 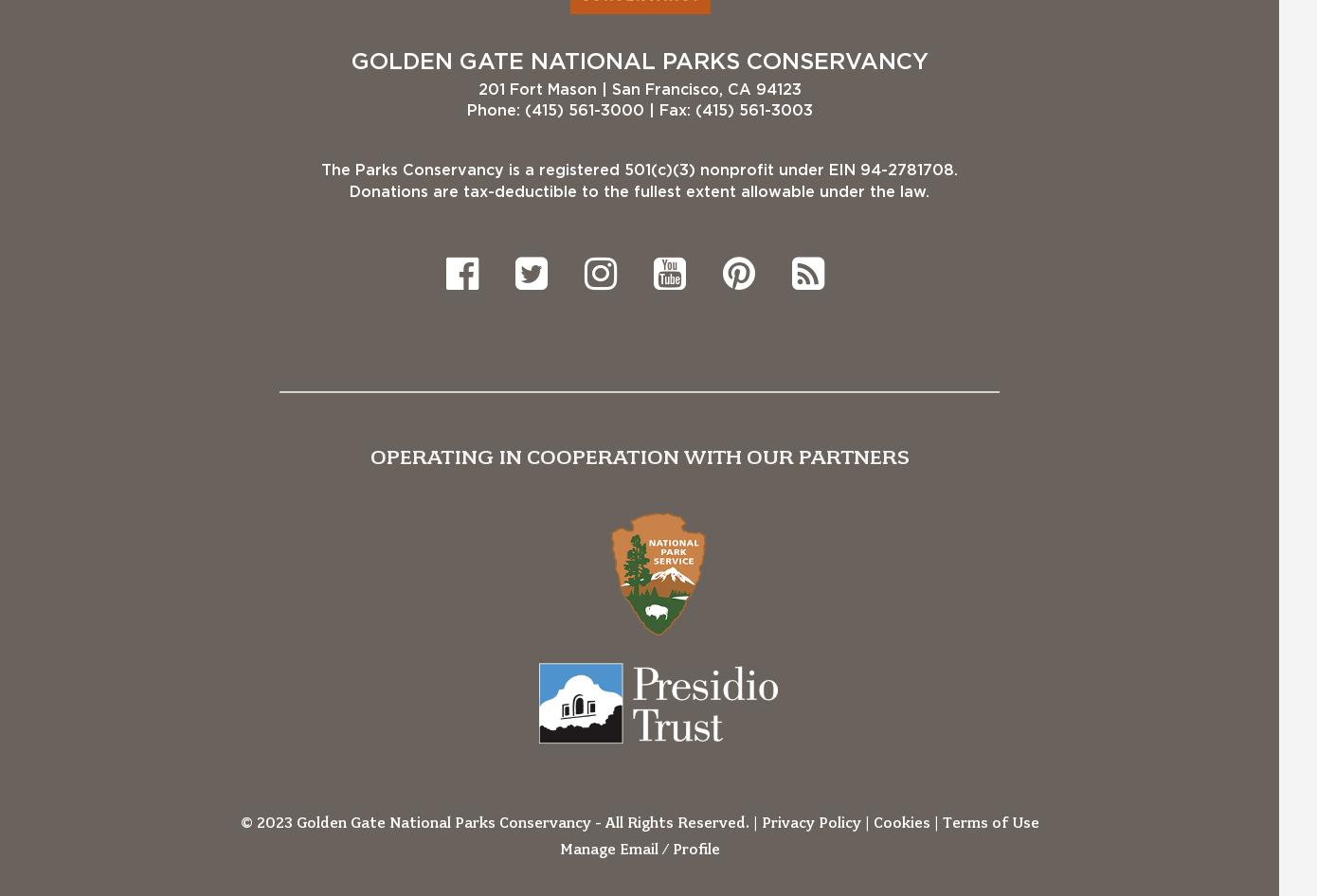 I want to click on '201 Fort Mason', so click(x=536, y=88).